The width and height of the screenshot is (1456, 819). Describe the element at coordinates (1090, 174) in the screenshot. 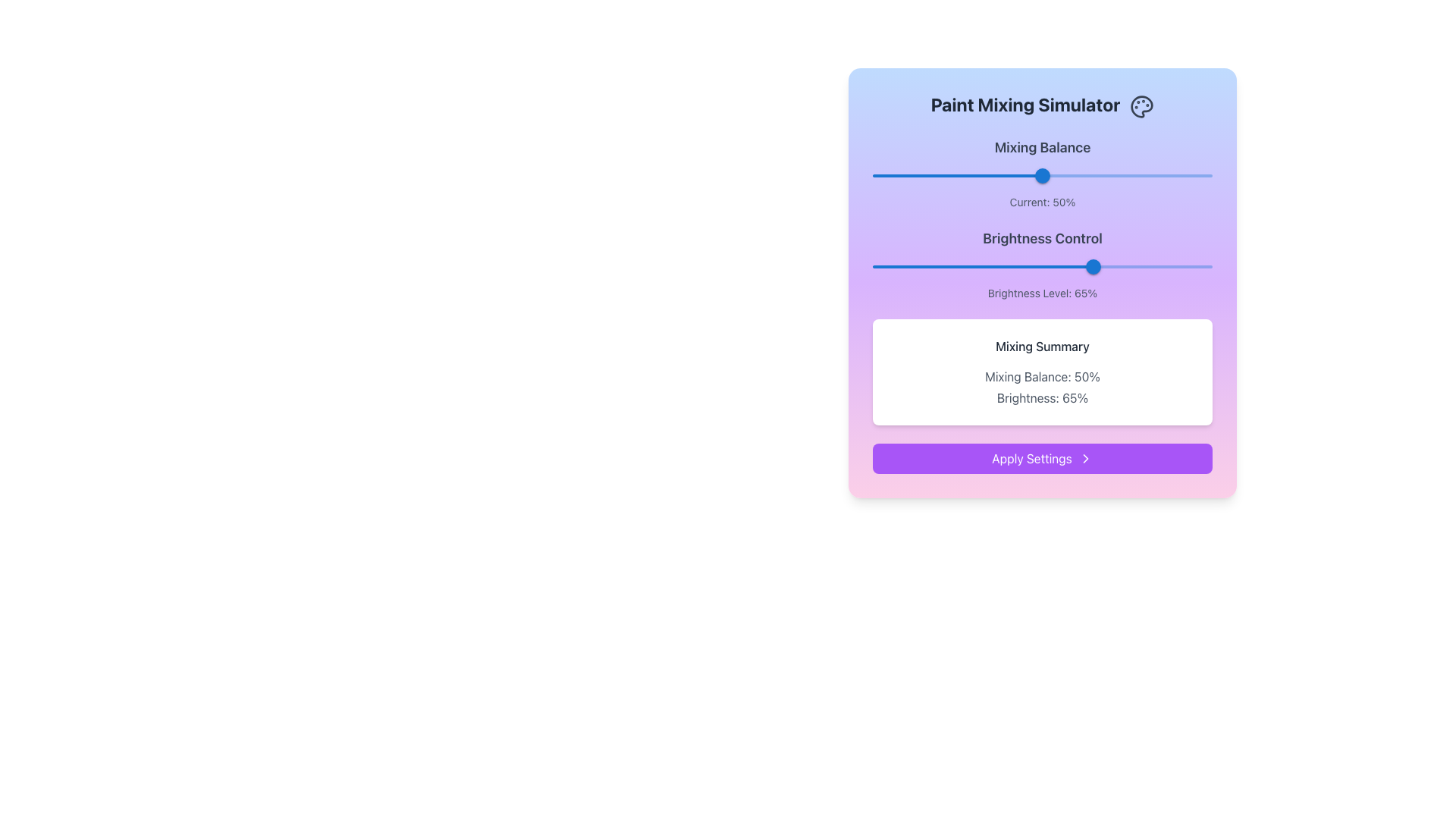

I see `Mixing Balance` at that location.